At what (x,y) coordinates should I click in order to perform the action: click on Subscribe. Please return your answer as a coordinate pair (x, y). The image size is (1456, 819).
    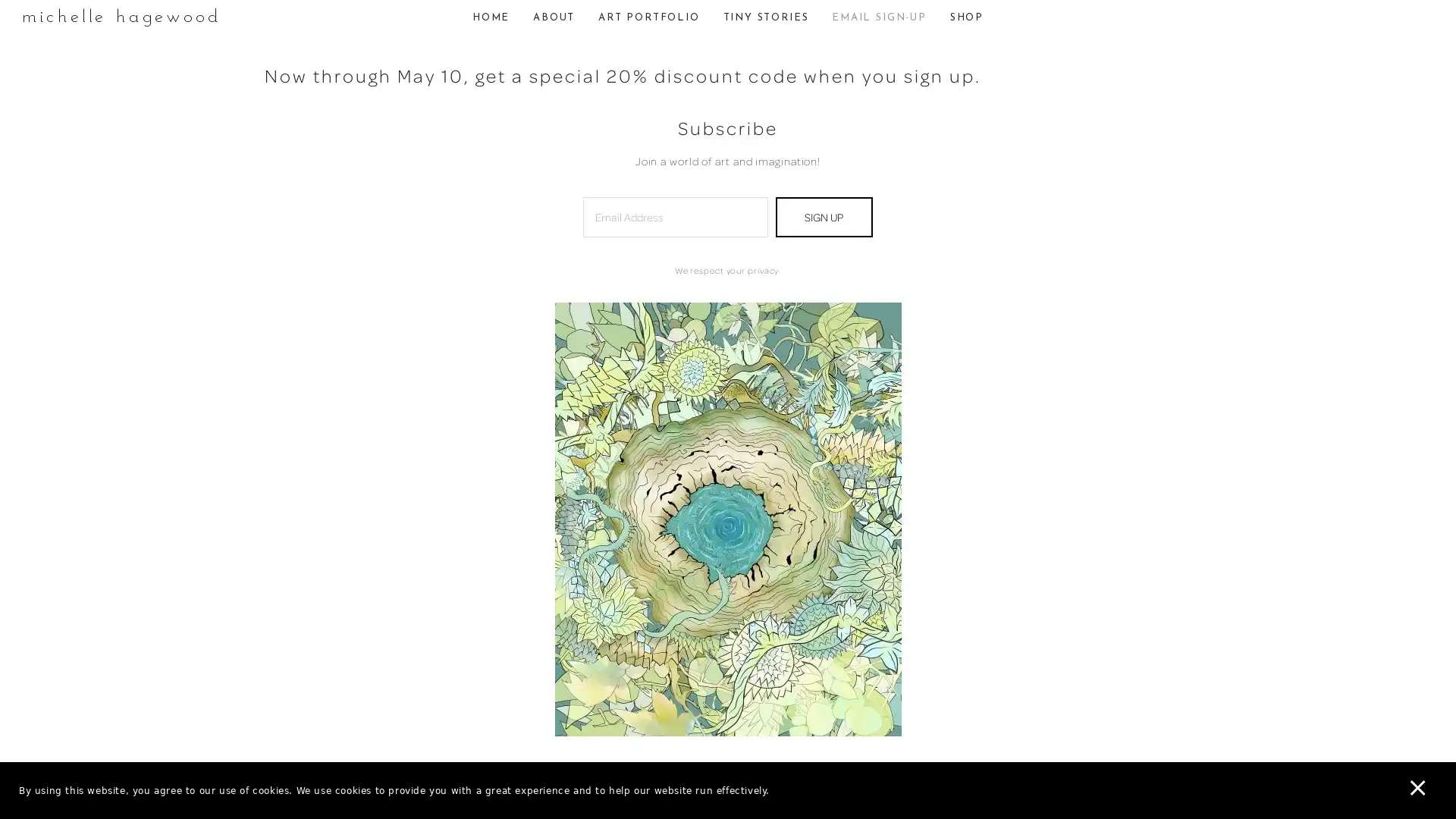
    Looking at the image, I should click on (856, 464).